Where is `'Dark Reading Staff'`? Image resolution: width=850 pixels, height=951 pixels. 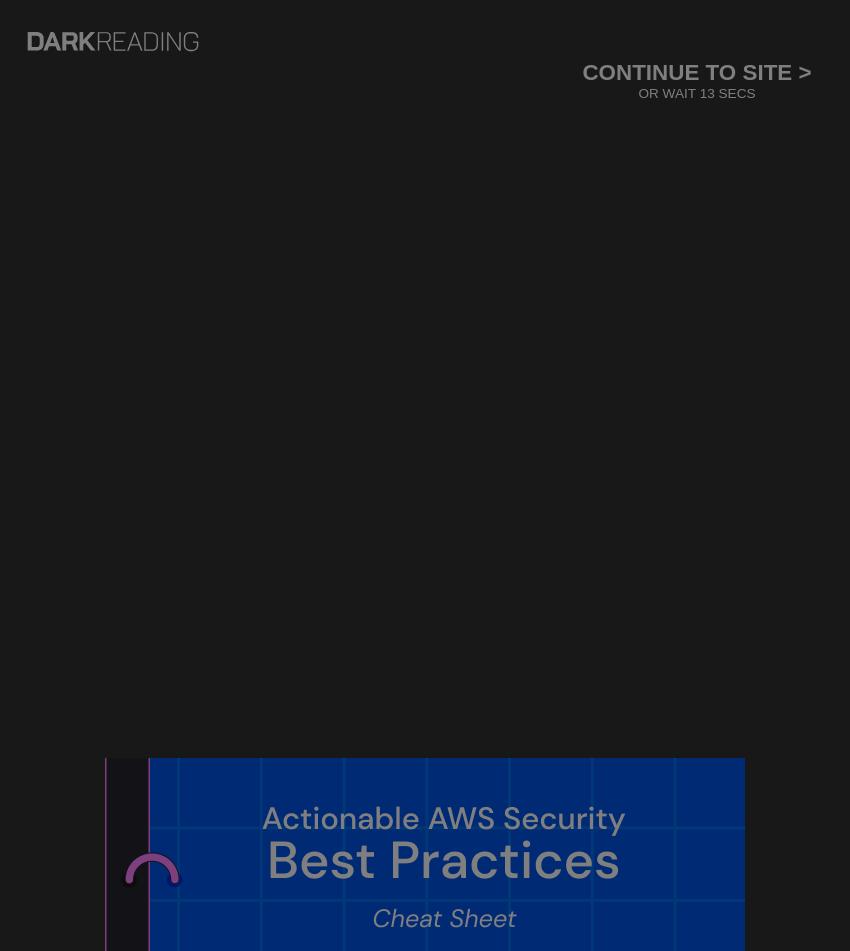 'Dark Reading Staff' is located at coordinates (139, 536).